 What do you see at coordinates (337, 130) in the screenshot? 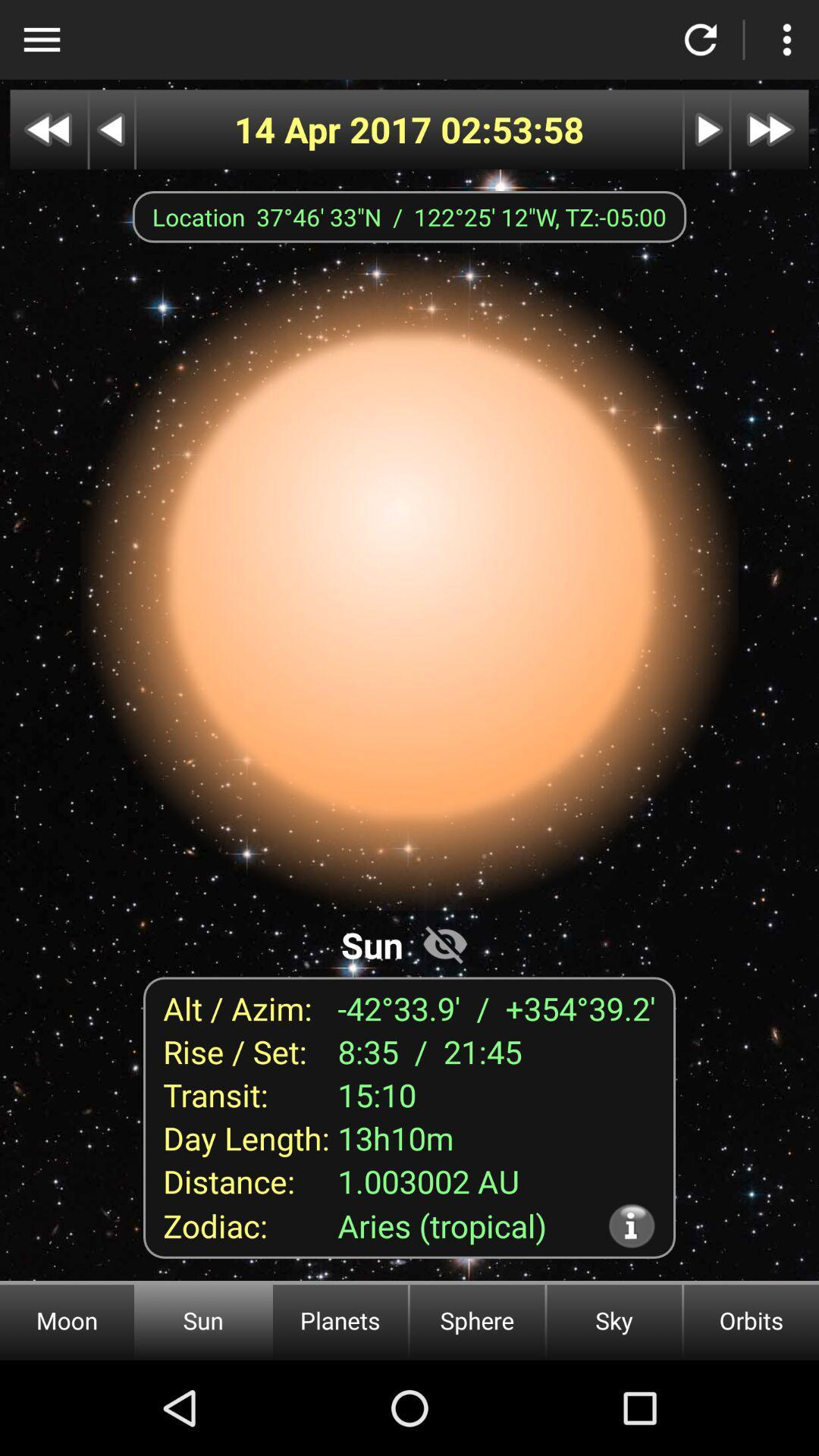
I see `14 apr 2017` at bounding box center [337, 130].